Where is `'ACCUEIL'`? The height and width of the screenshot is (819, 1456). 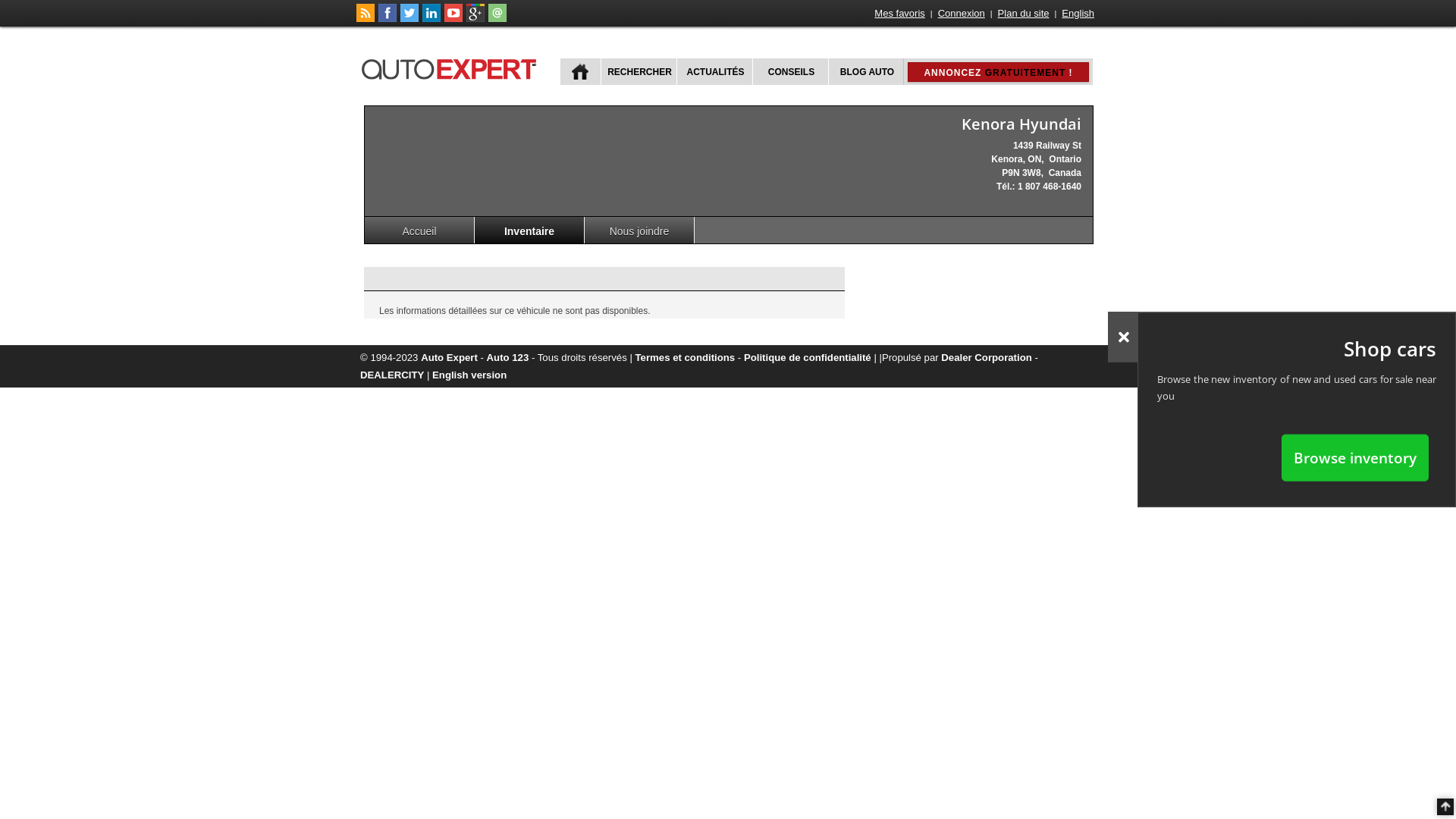
'ACCUEIL' is located at coordinates (579, 71).